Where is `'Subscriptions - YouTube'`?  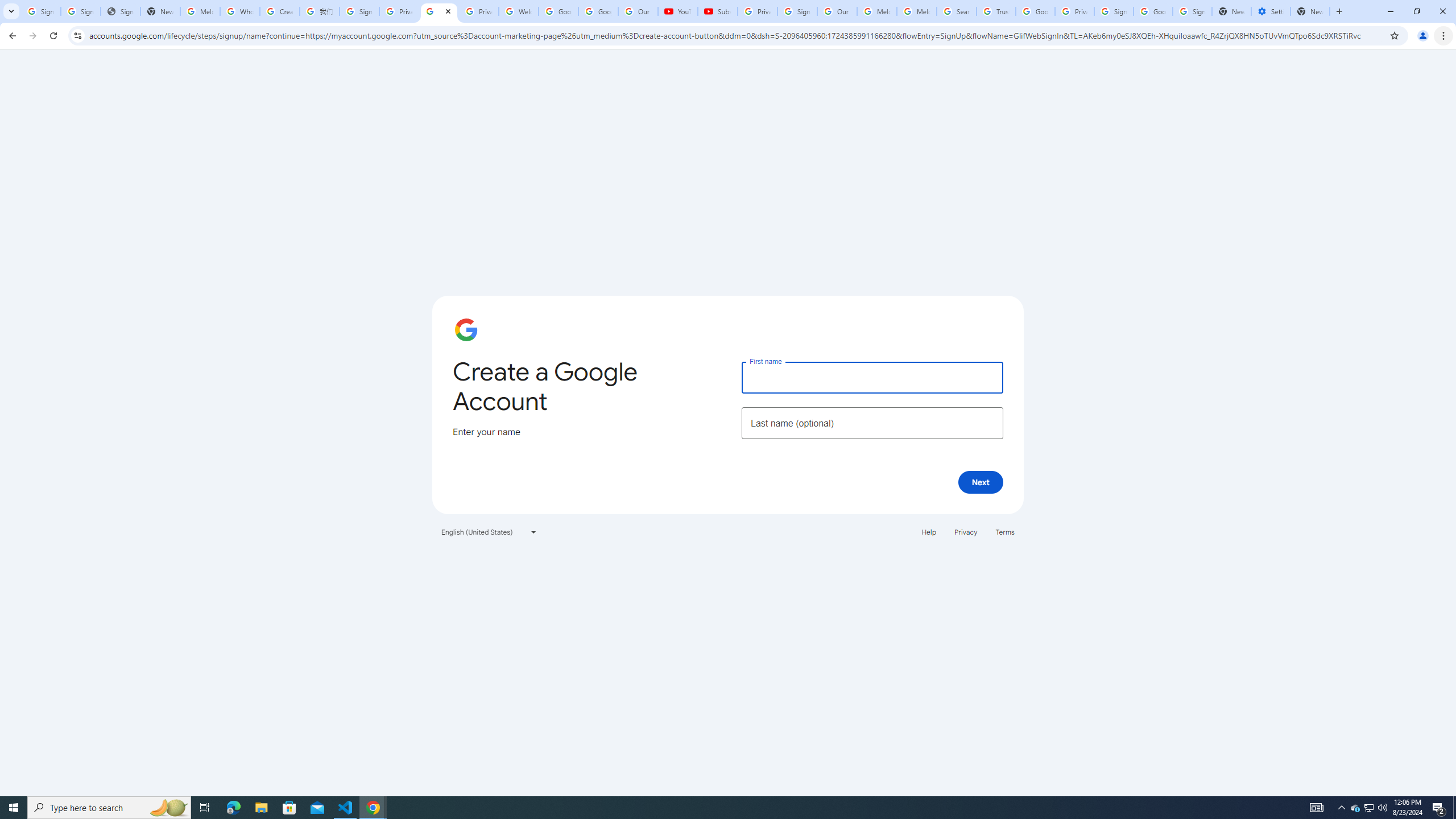 'Subscriptions - YouTube' is located at coordinates (717, 11).